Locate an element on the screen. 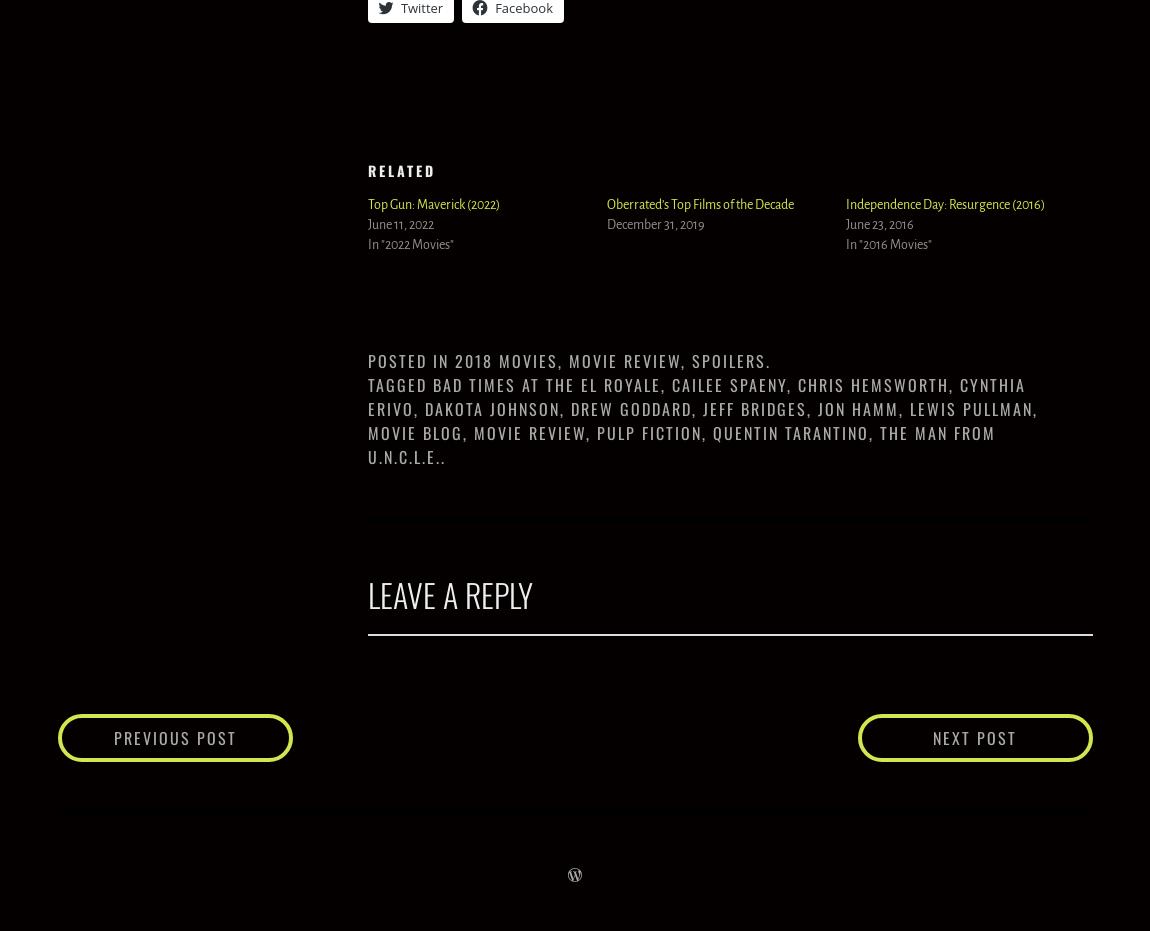  'Tagged' is located at coordinates (400, 384).